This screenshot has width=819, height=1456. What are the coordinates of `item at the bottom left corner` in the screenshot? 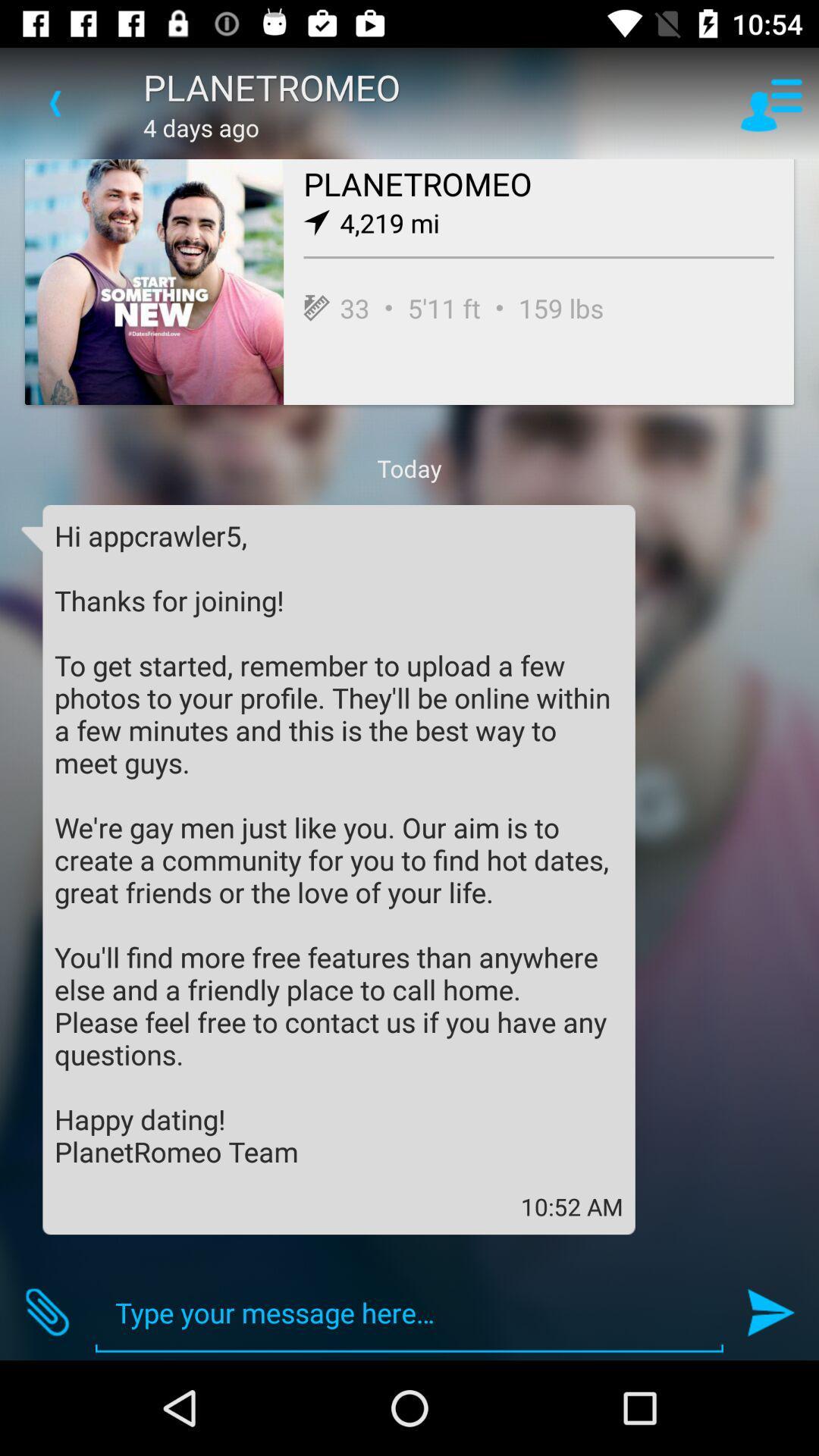 It's located at (46, 1312).